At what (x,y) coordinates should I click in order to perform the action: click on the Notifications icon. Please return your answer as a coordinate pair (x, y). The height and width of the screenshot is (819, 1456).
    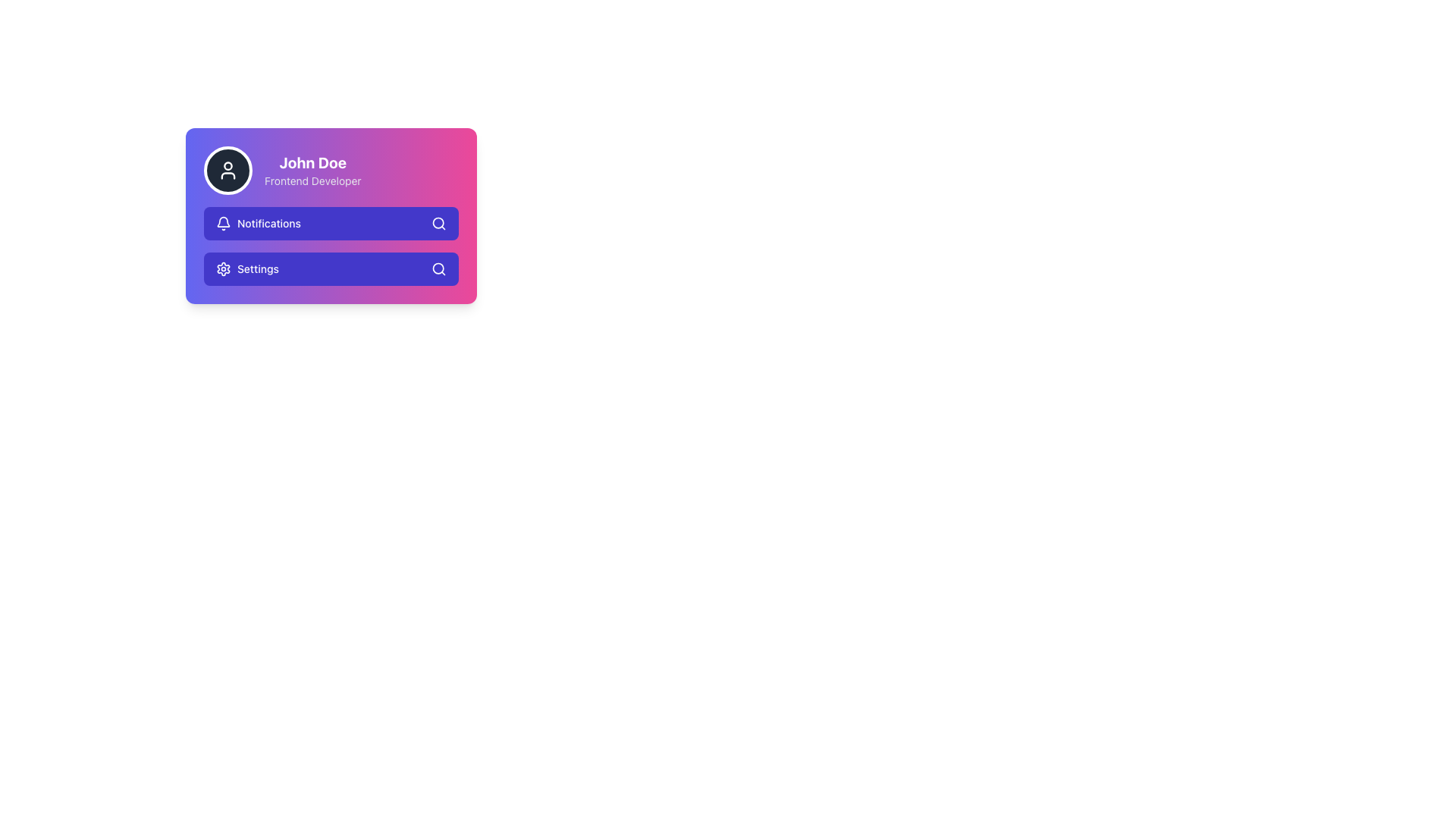
    Looking at the image, I should click on (222, 223).